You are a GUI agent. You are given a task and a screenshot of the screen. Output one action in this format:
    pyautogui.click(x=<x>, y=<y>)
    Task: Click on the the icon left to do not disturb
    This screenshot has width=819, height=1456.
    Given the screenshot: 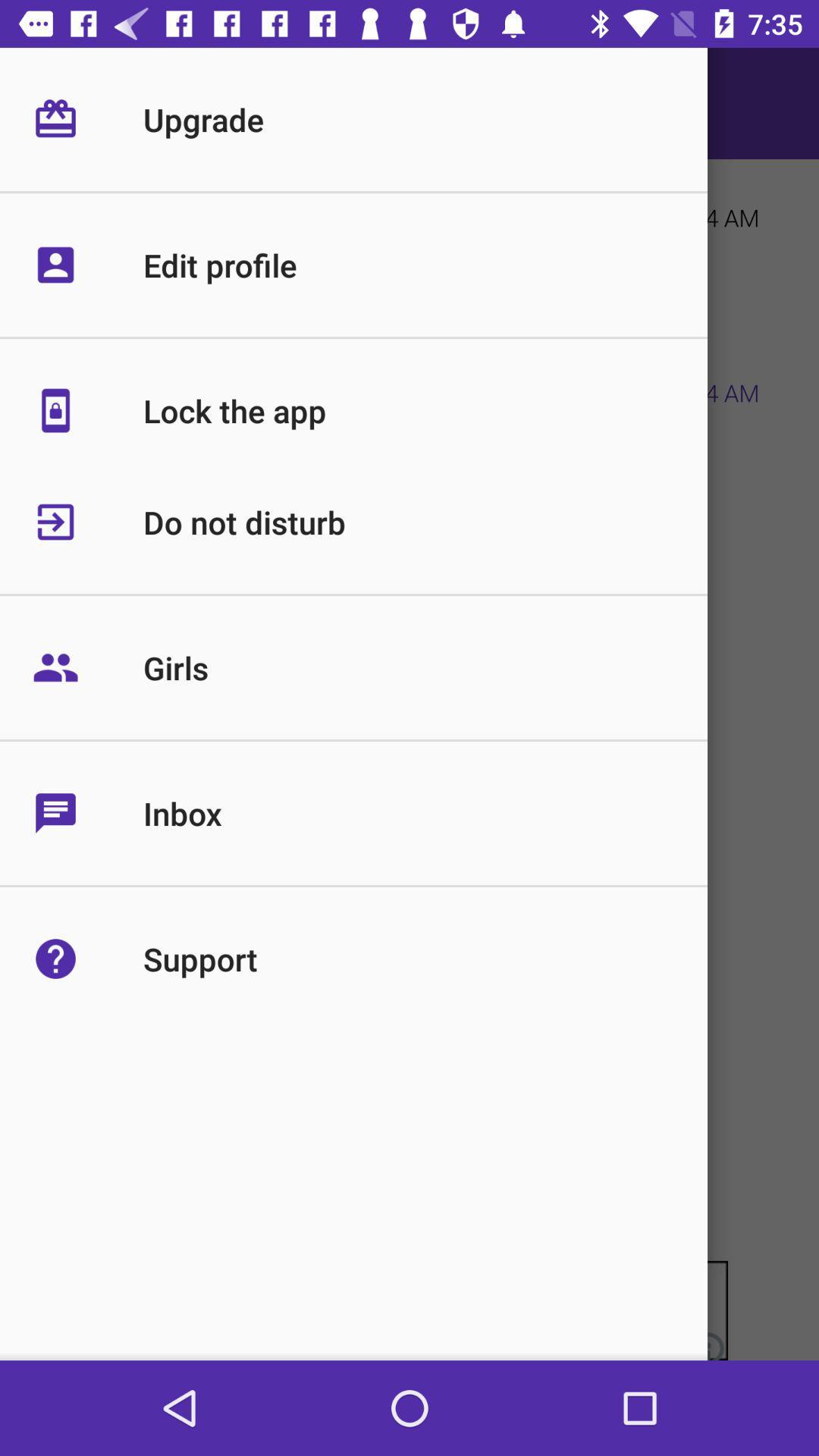 What is the action you would take?
    pyautogui.click(x=87, y=522)
    